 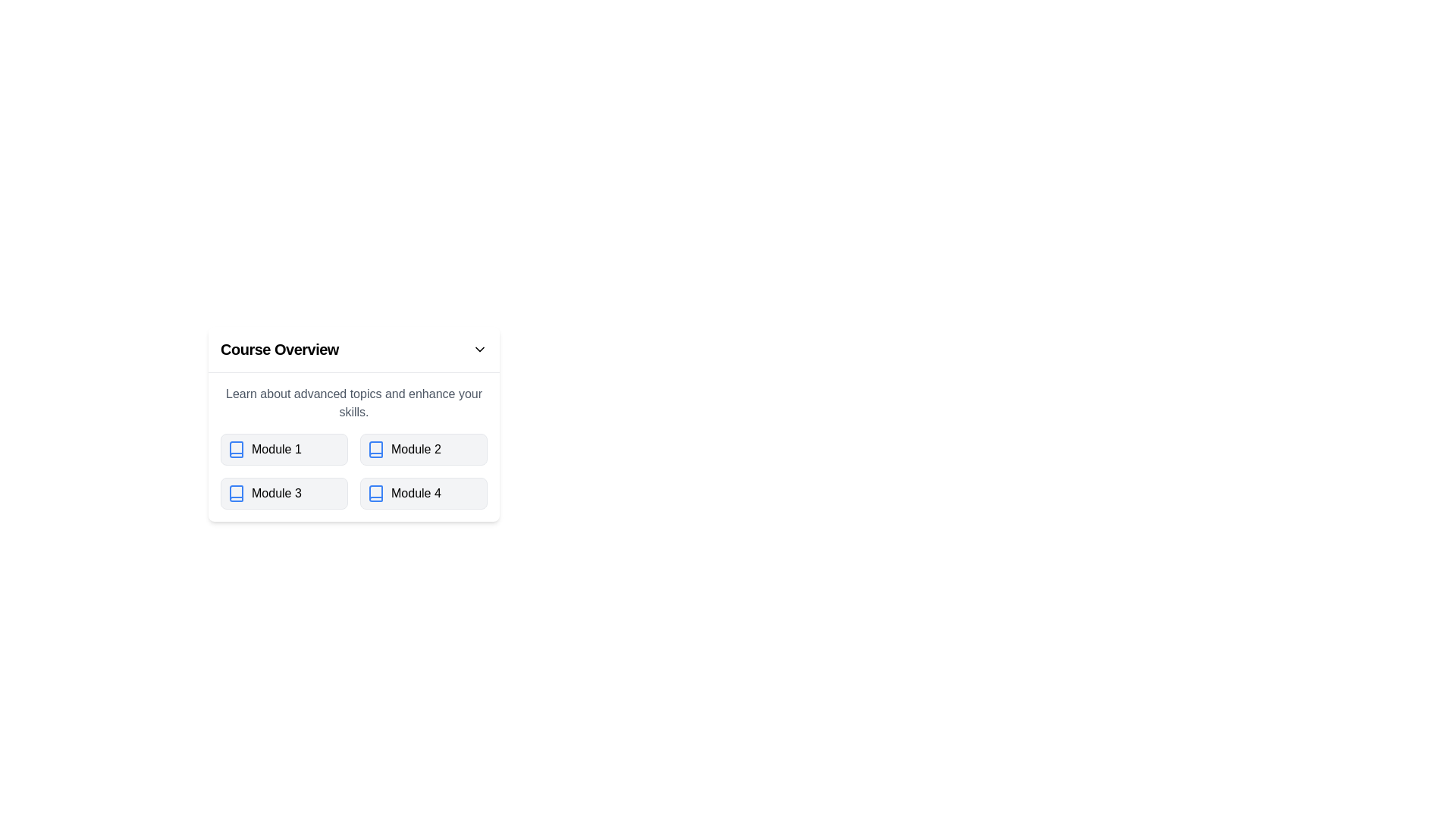 What do you see at coordinates (475, 424) in the screenshot?
I see `the panel titled 'Course Overview' that contains a description and a grid layout of modules` at bounding box center [475, 424].